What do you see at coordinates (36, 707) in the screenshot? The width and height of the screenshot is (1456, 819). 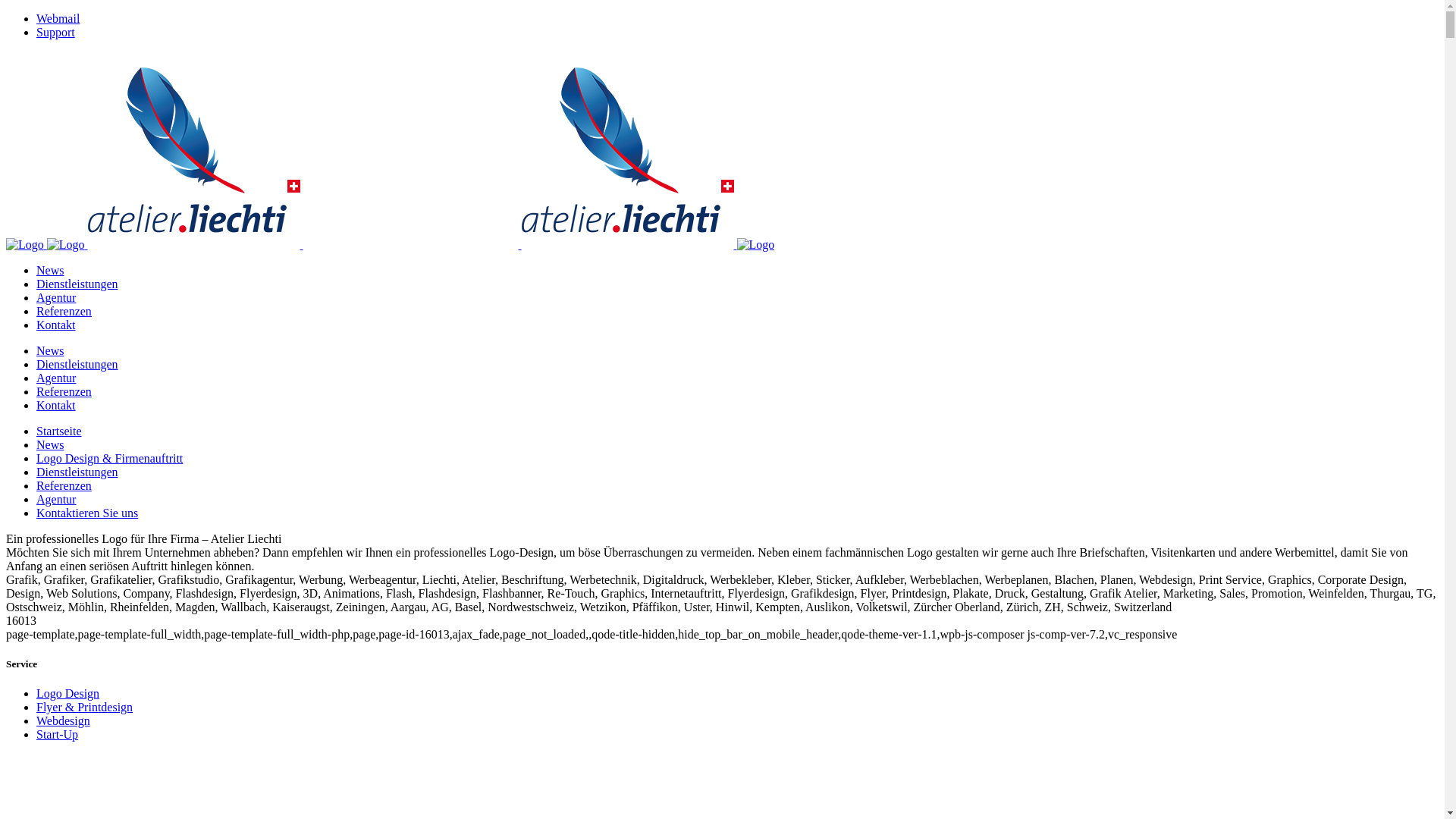 I see `'Flyer & Printdesign'` at bounding box center [36, 707].